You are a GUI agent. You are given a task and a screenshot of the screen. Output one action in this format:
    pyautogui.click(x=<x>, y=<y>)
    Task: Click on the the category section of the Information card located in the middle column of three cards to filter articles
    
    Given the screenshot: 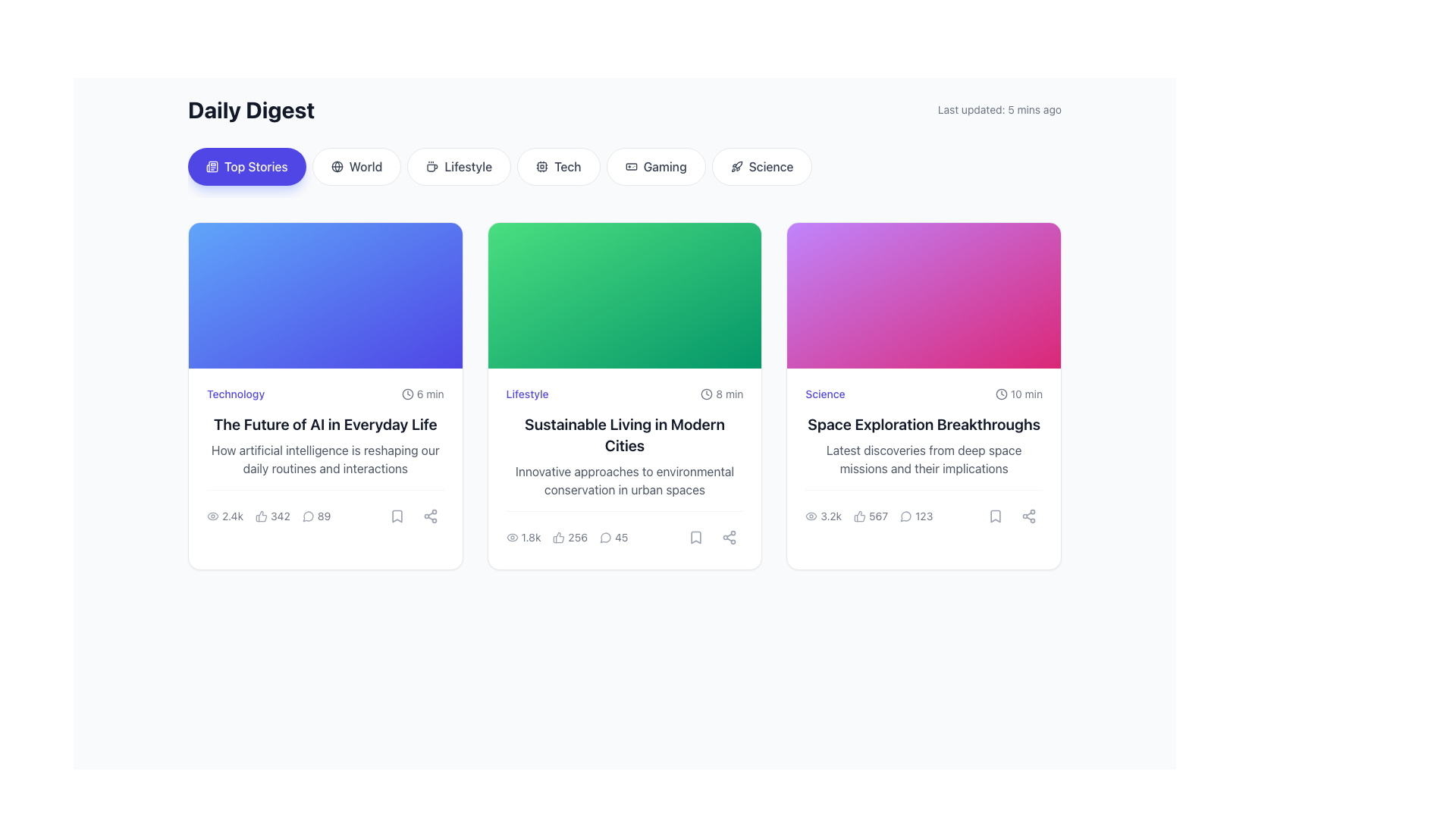 What is the action you would take?
    pyautogui.click(x=625, y=468)
    